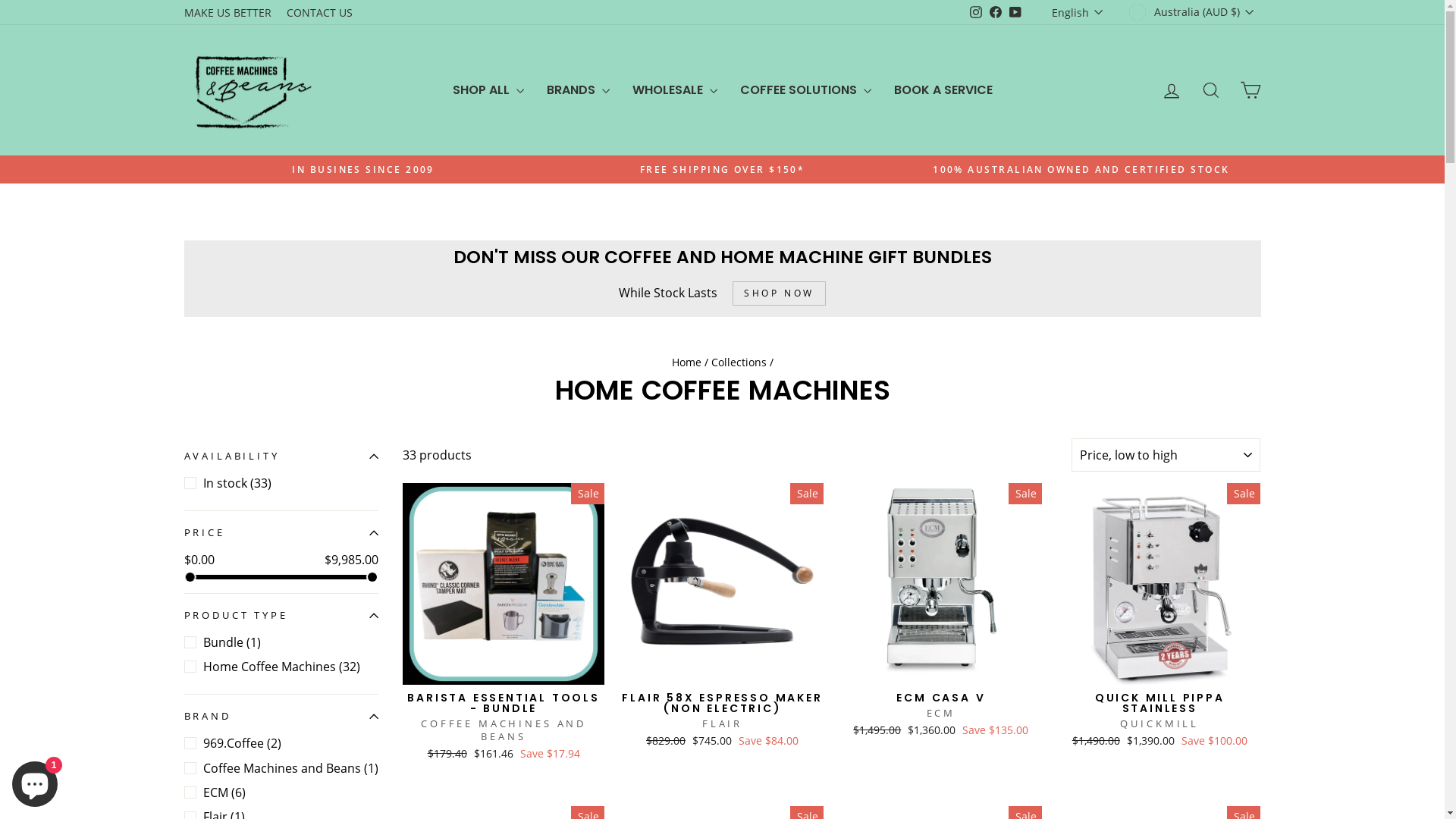  Describe the element at coordinates (318, 12) in the screenshot. I see `'CONTACT US'` at that location.